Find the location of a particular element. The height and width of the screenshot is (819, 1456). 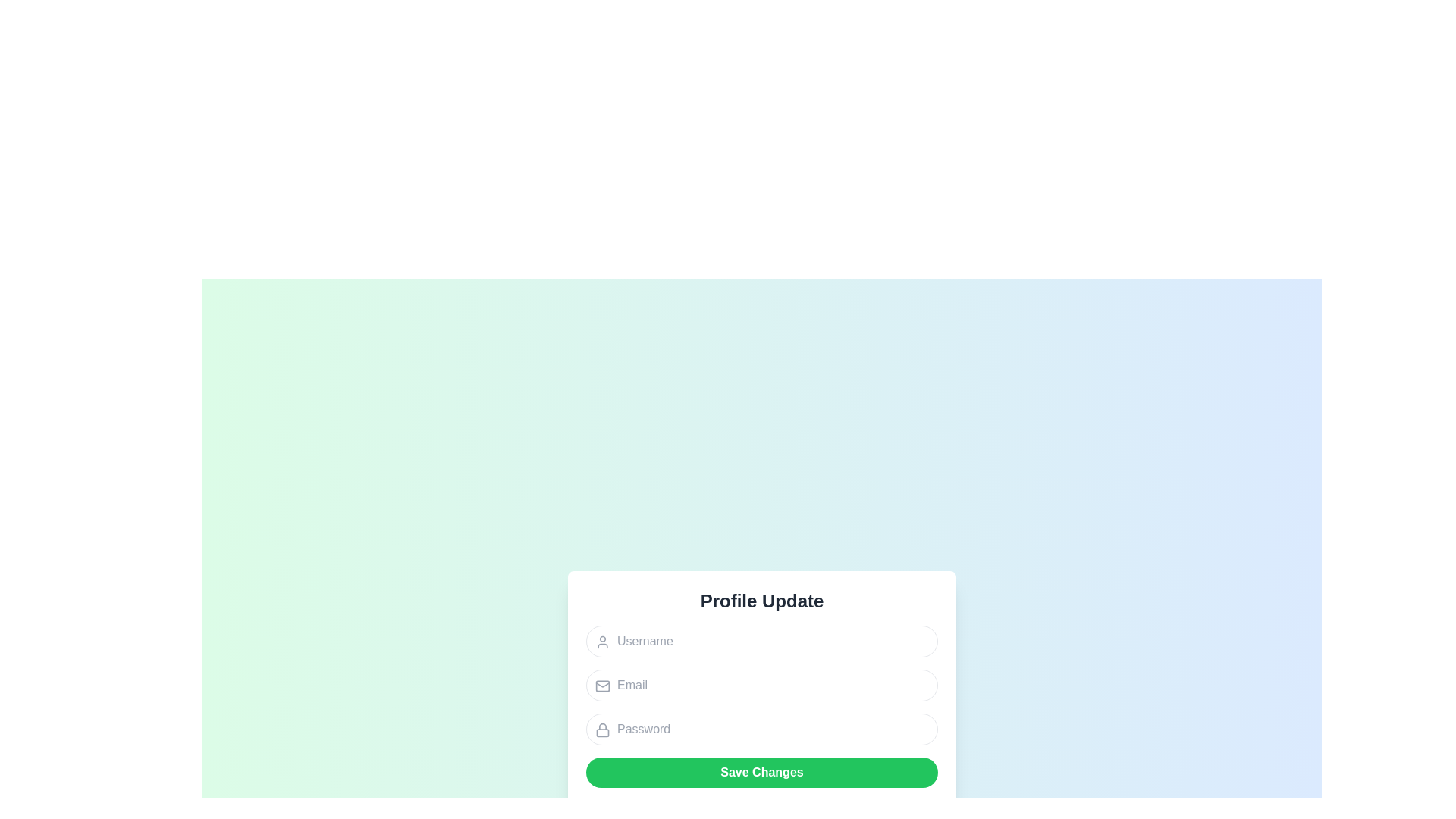

the email icon, which resembles a gray envelope and is positioned to the left of the 'Email' input field in the profile update form is located at coordinates (602, 686).